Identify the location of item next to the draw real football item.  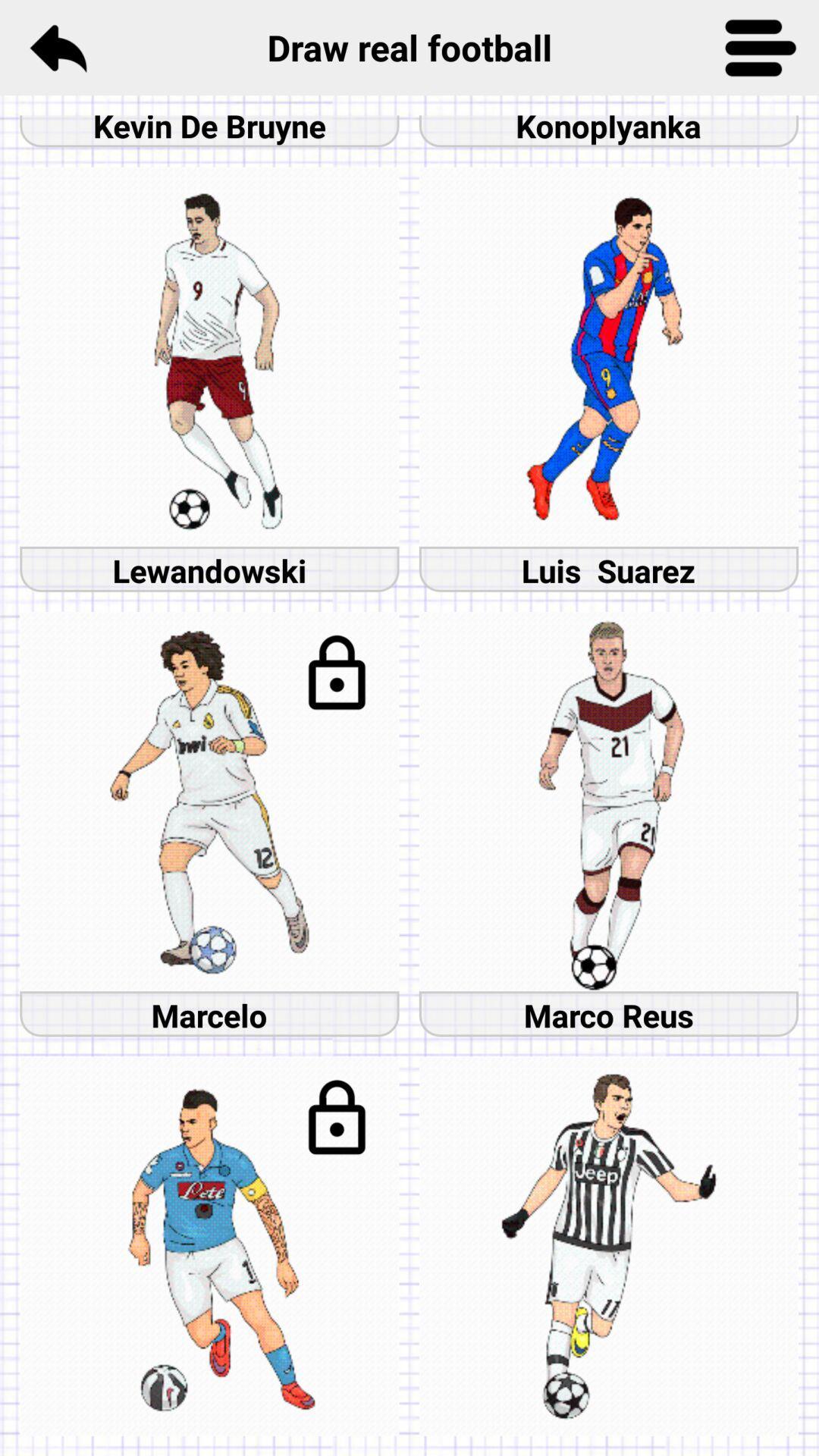
(57, 47).